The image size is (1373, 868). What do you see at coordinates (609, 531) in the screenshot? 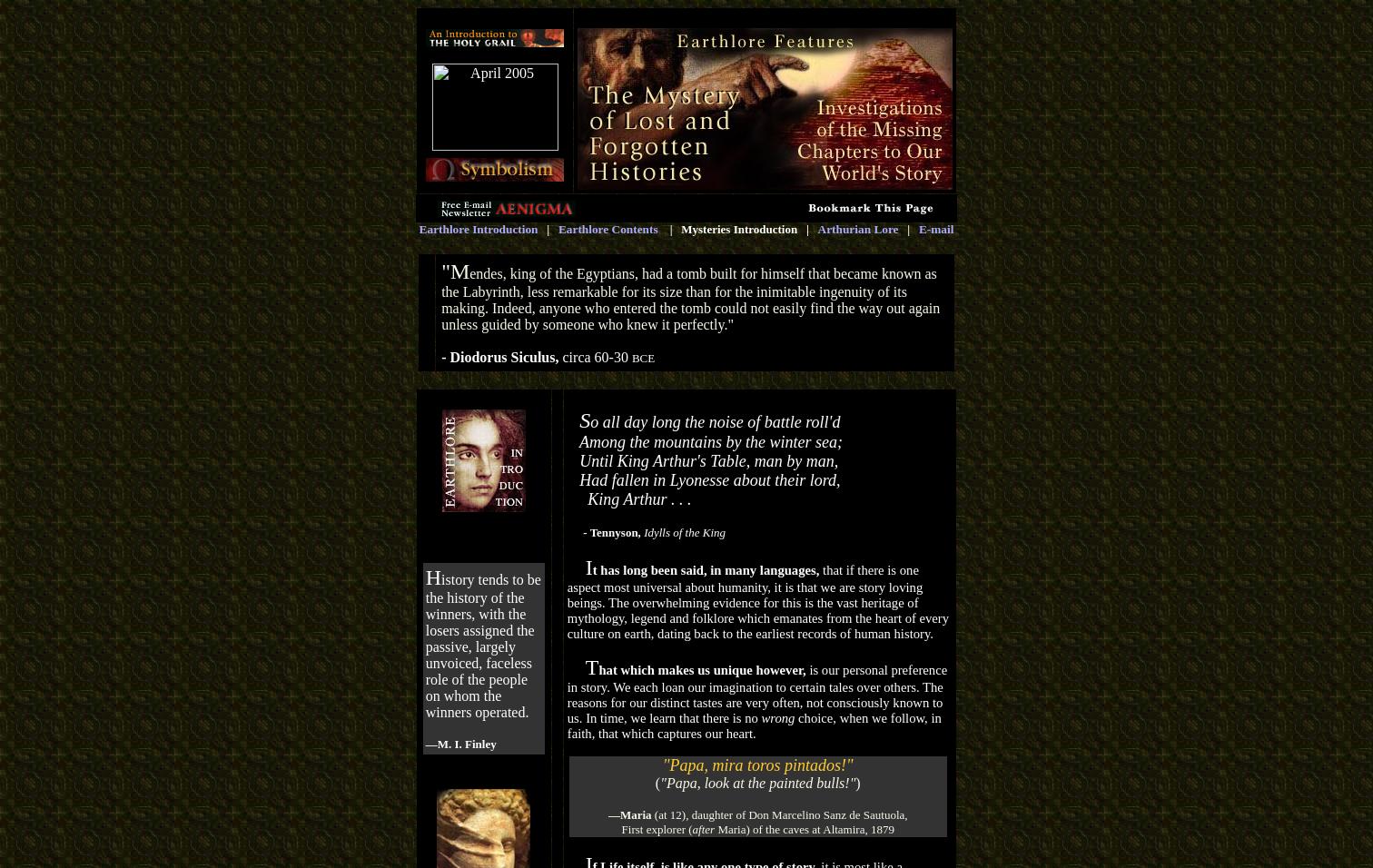
I see `'- Tennyson,'` at bounding box center [609, 531].